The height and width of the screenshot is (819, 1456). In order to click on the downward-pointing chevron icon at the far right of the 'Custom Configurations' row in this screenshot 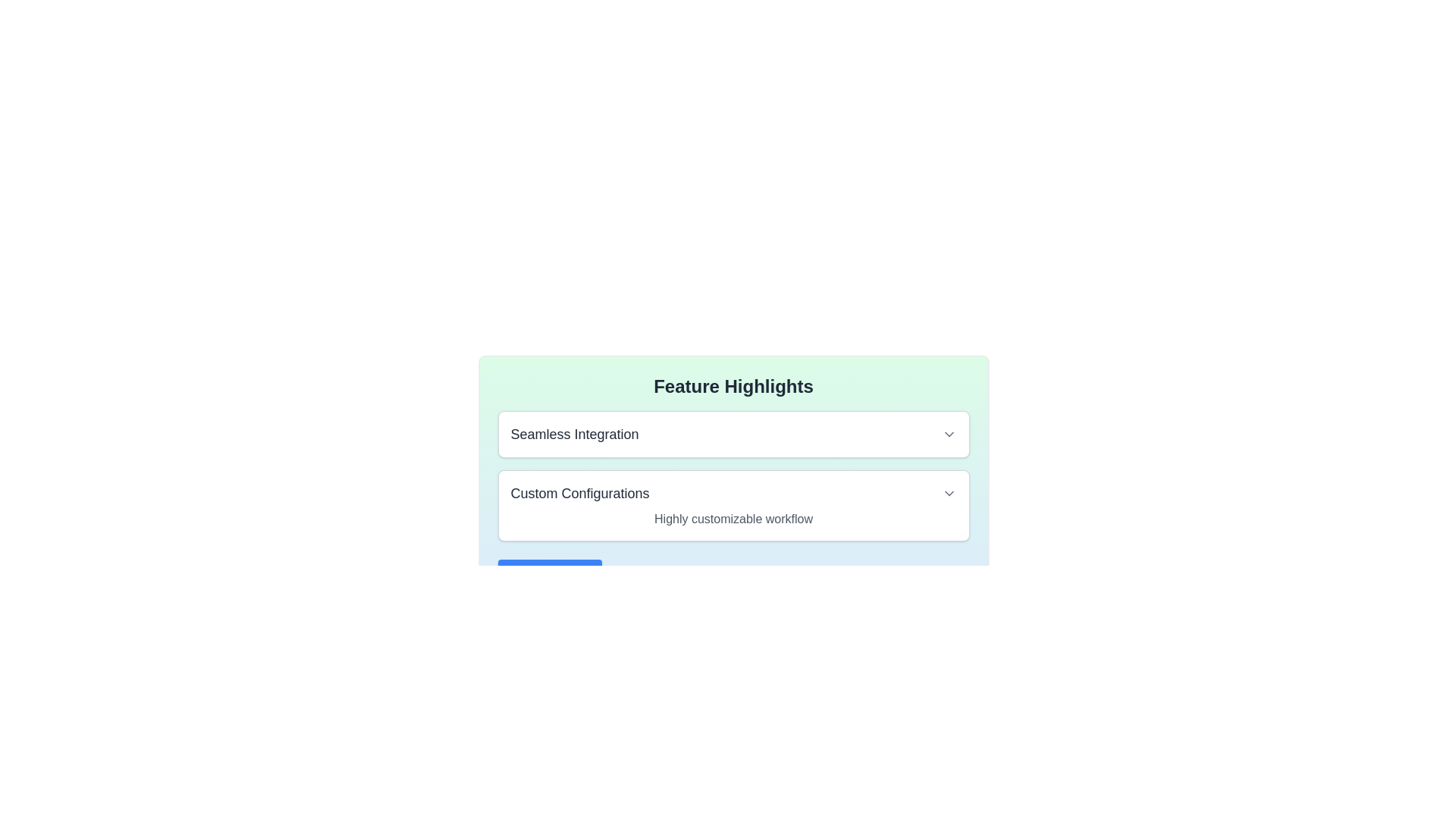, I will do `click(948, 494)`.